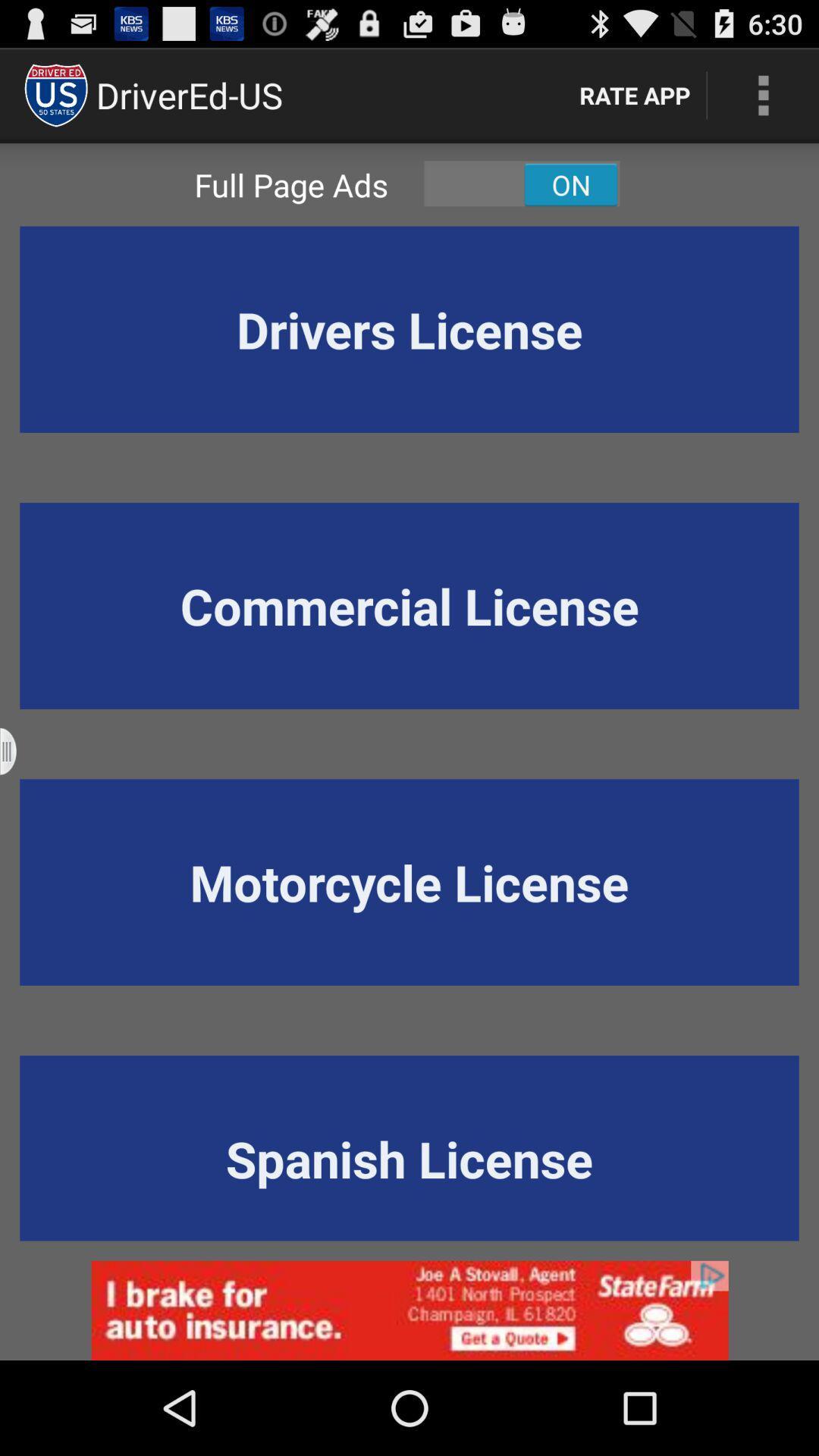 This screenshot has width=819, height=1456. I want to click on statefarm i brake for auto insurance, so click(409, 1310).